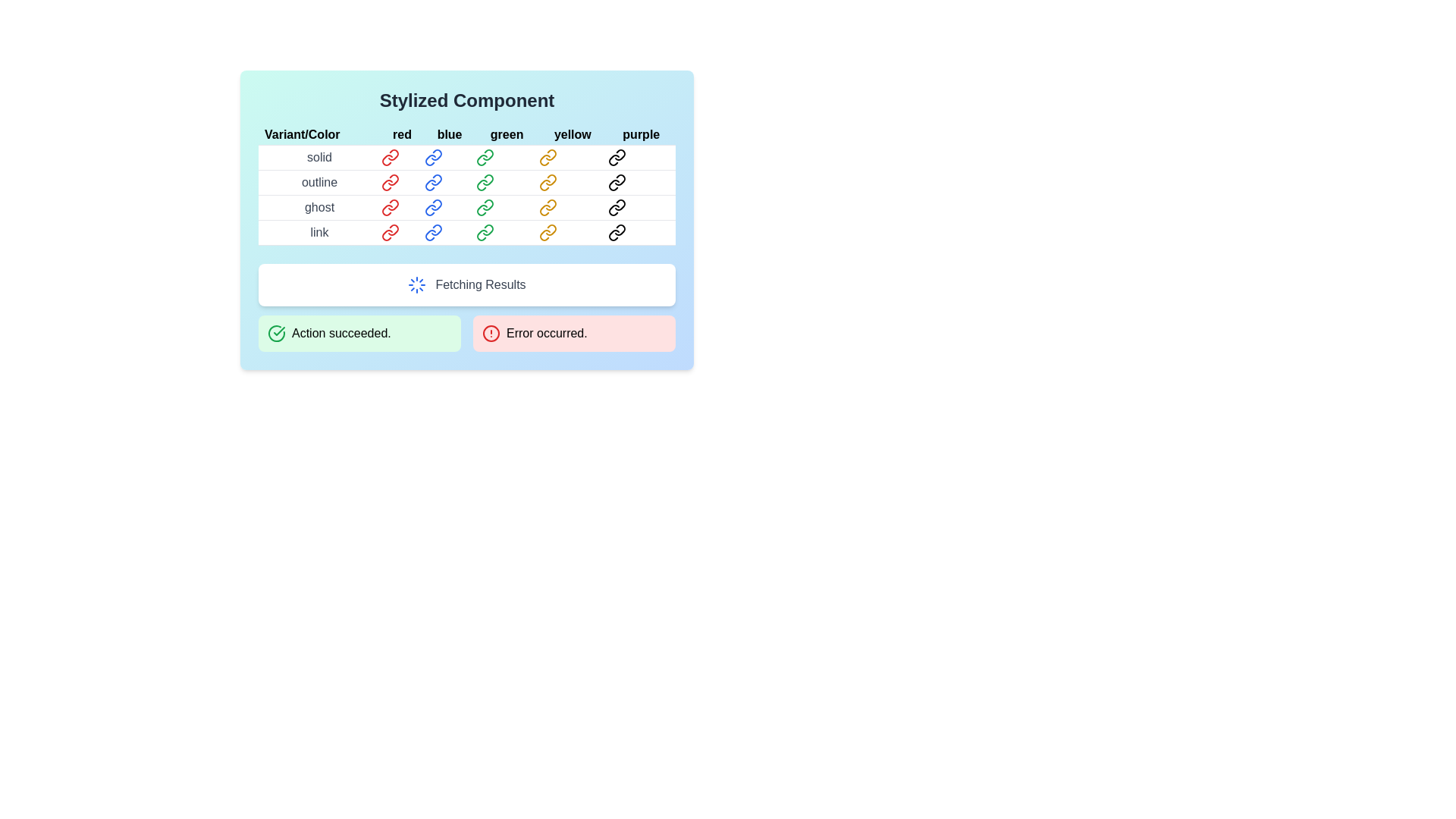 The image size is (1456, 819). Describe the element at coordinates (488, 178) in the screenshot. I see `the green link icon located in the second row titled 'outline' in the table` at that location.